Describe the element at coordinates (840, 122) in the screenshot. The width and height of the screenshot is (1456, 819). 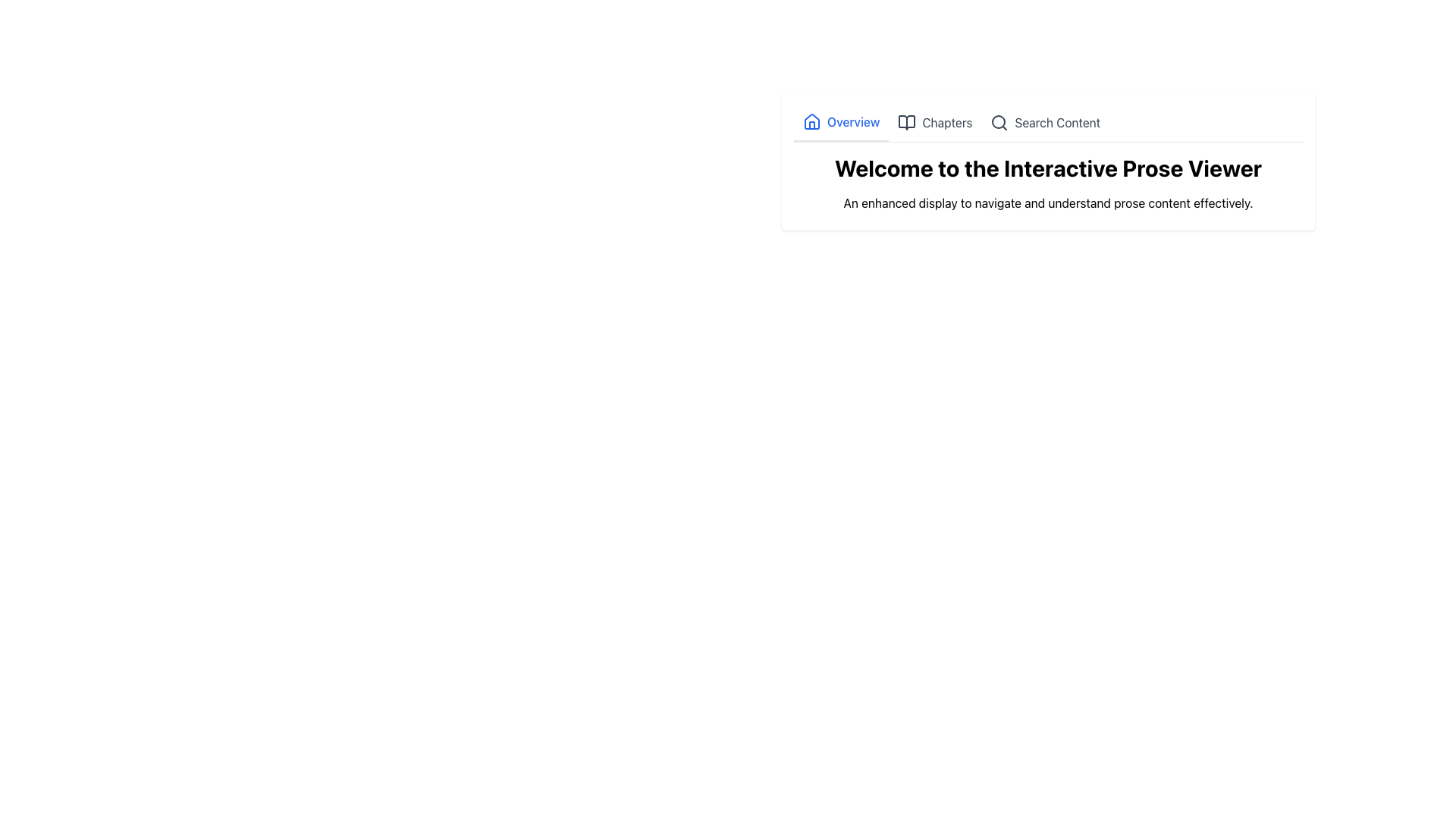
I see `the 'Overview' navigation tab, which is the first tab in the navigation bar styled with blue text and a house icon` at that location.